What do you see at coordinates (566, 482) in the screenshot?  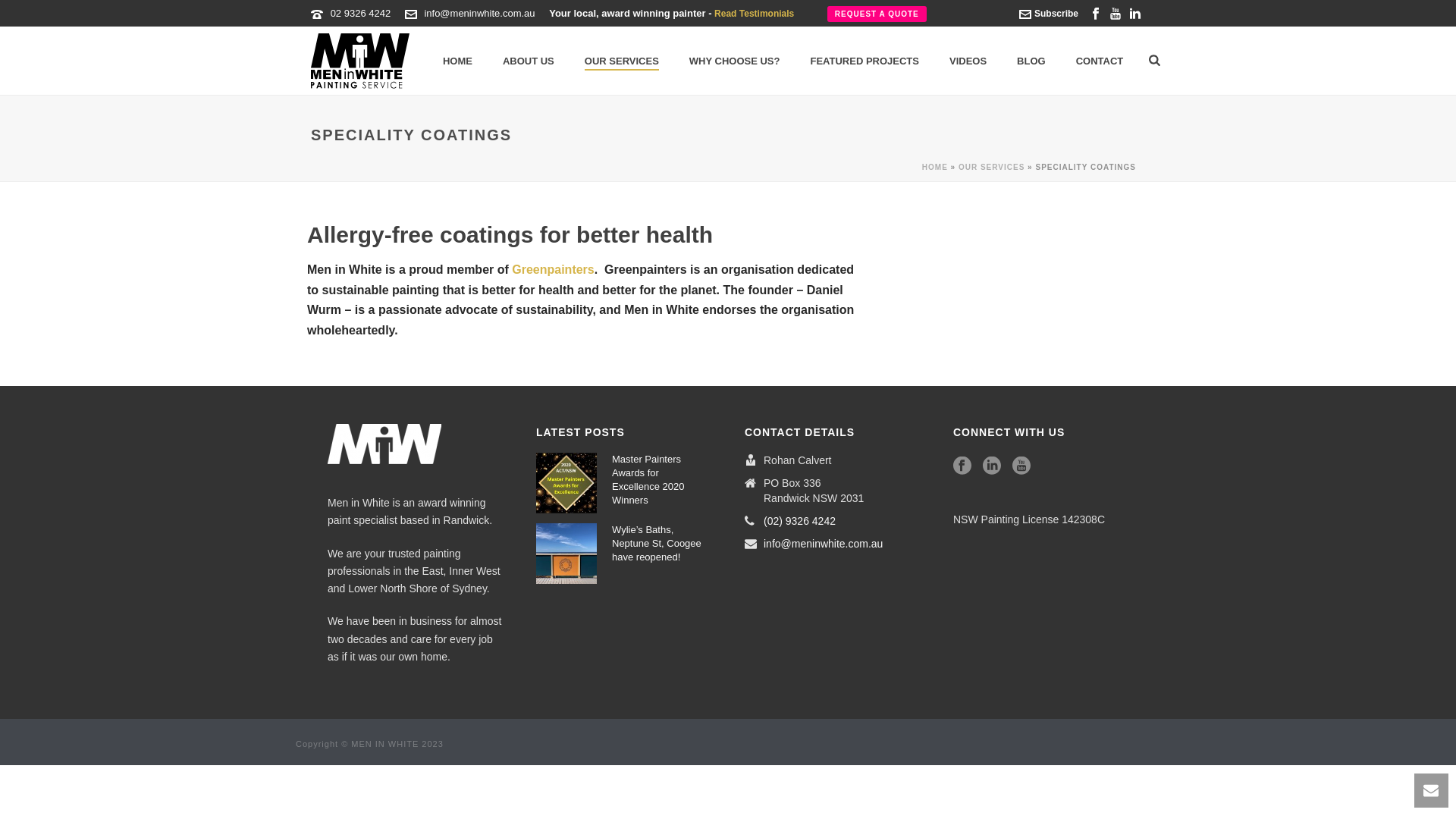 I see `'Master Painters Awards for Excellence 2020 Winners'` at bounding box center [566, 482].